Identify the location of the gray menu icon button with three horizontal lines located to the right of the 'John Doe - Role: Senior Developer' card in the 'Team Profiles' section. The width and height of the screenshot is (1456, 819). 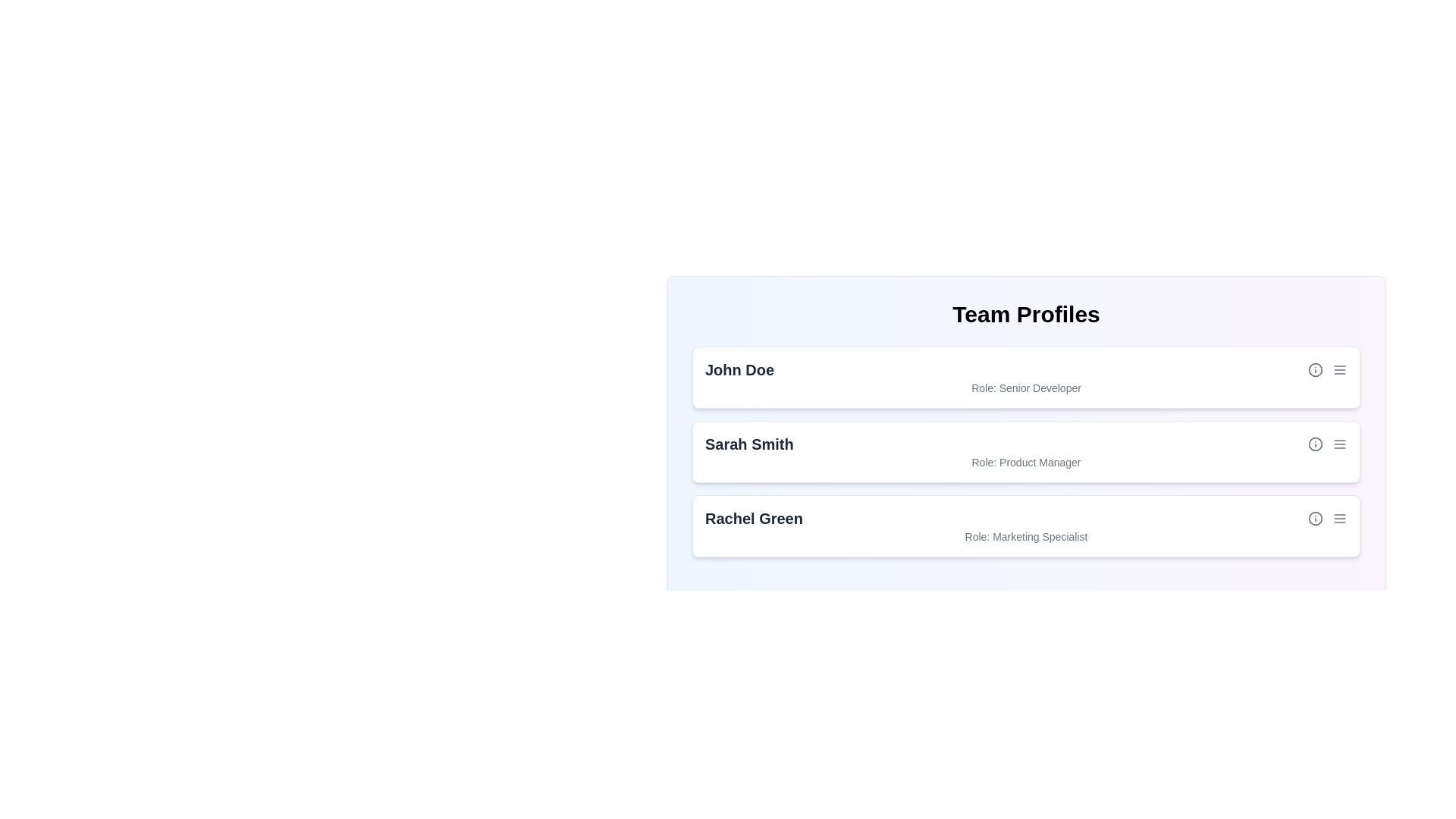
(1339, 370).